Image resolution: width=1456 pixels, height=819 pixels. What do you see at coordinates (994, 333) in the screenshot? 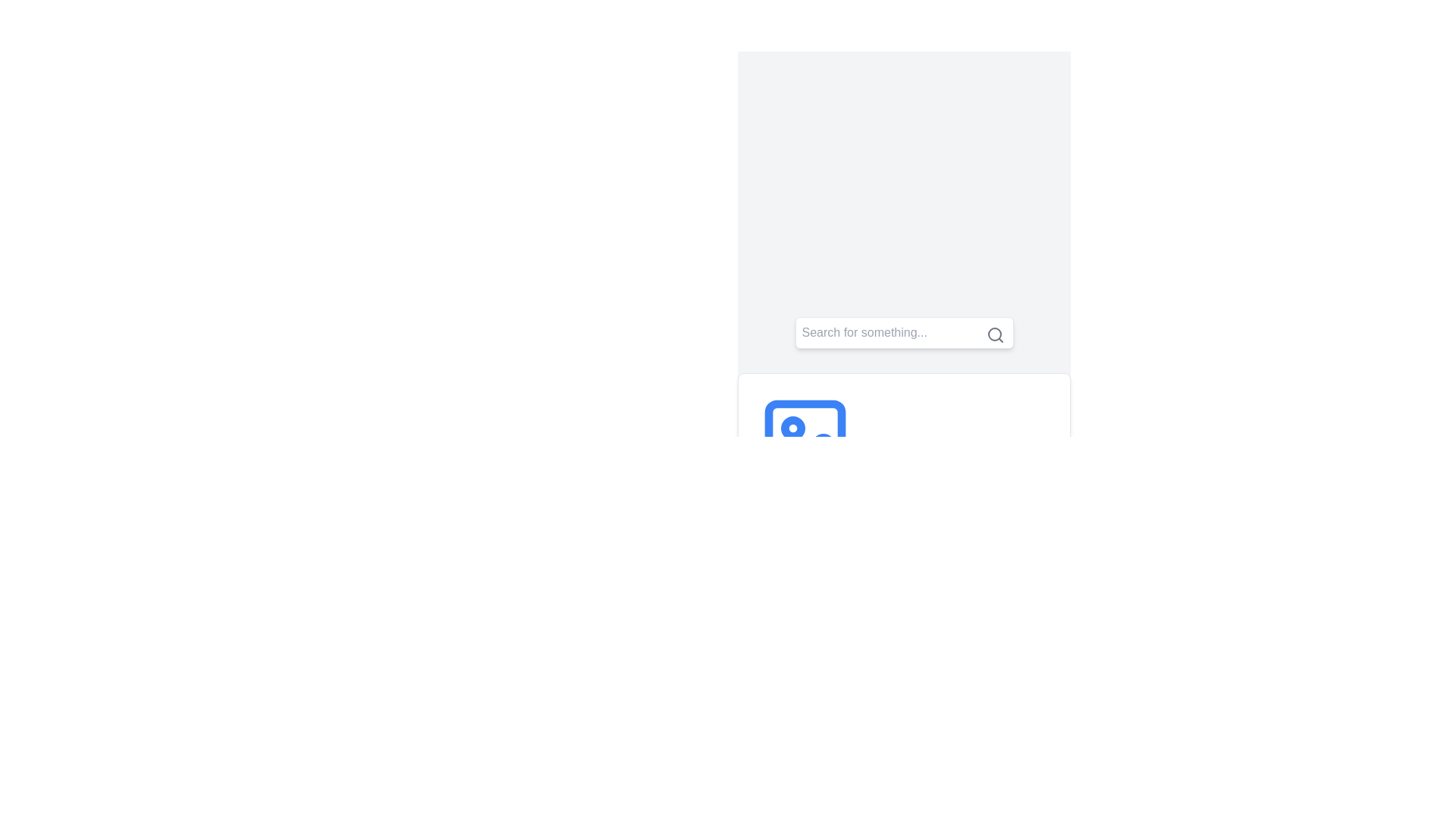
I see `the decorative circle element representing the lens of the search icon located in the top-right corner of the search bar` at bounding box center [994, 333].